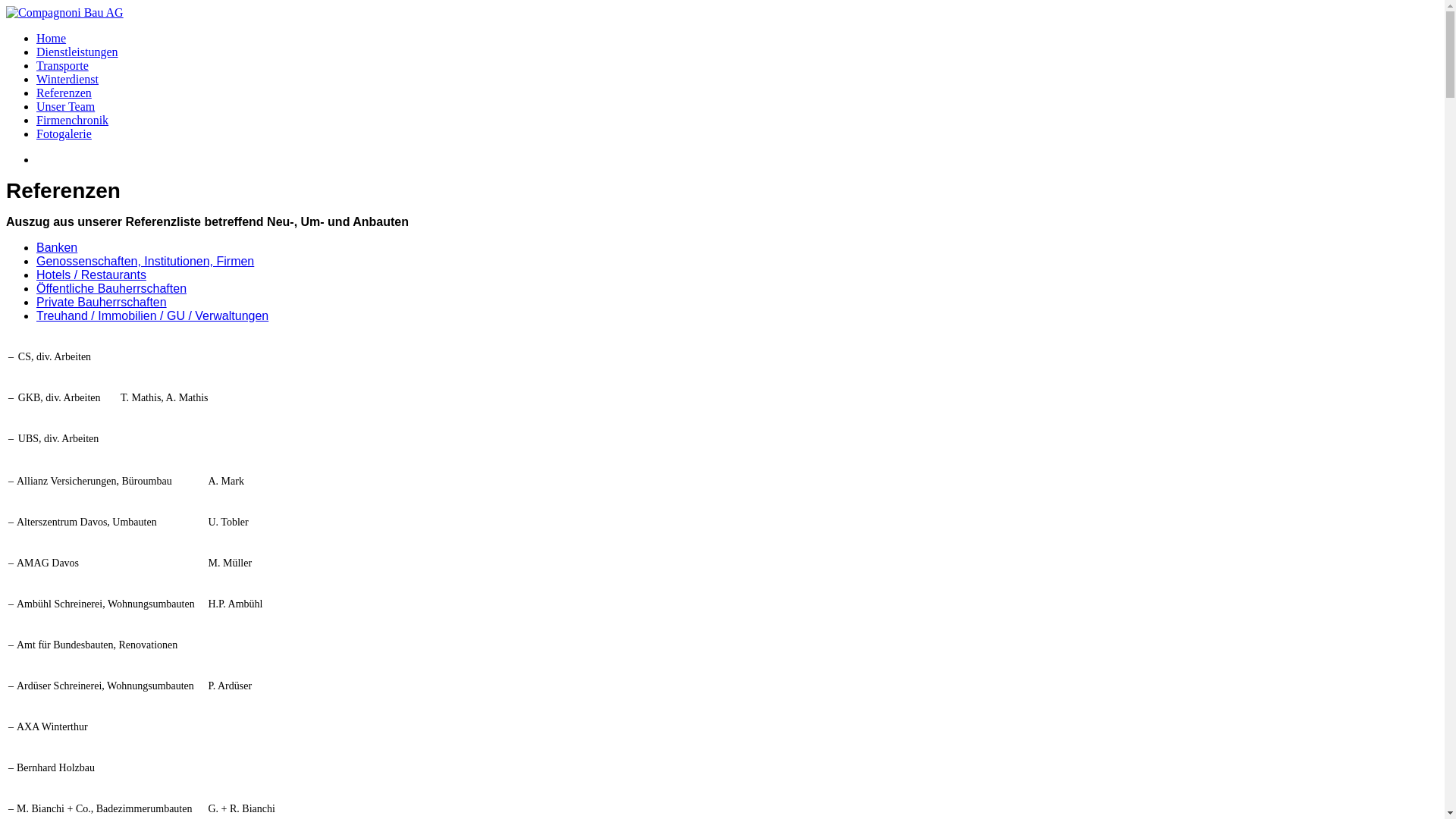 The height and width of the screenshot is (819, 1456). What do you see at coordinates (51, 37) in the screenshot?
I see `'Home'` at bounding box center [51, 37].